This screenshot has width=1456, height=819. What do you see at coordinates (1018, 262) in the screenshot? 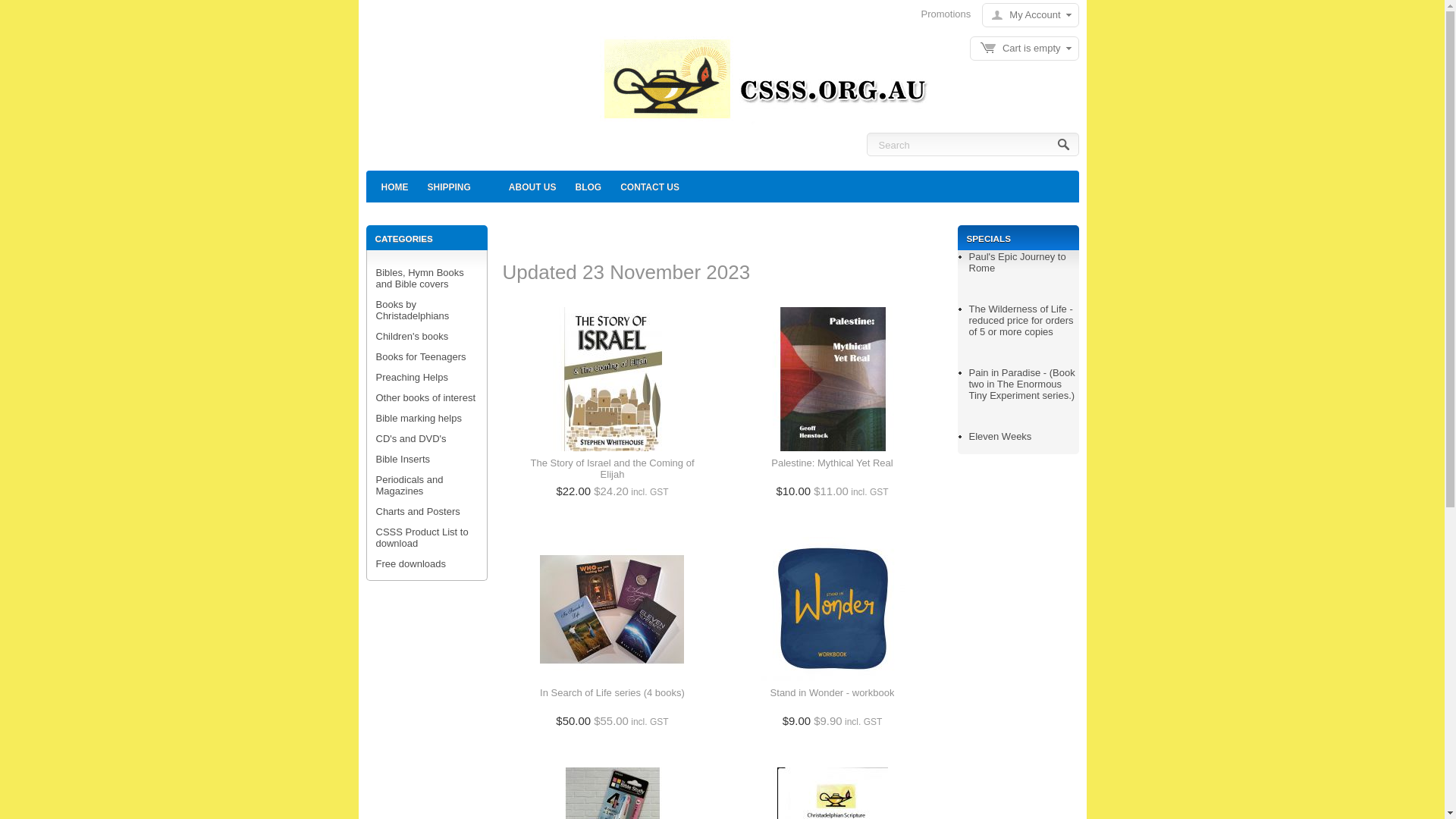
I see `'Paul's Epic Journey to Rome'` at bounding box center [1018, 262].